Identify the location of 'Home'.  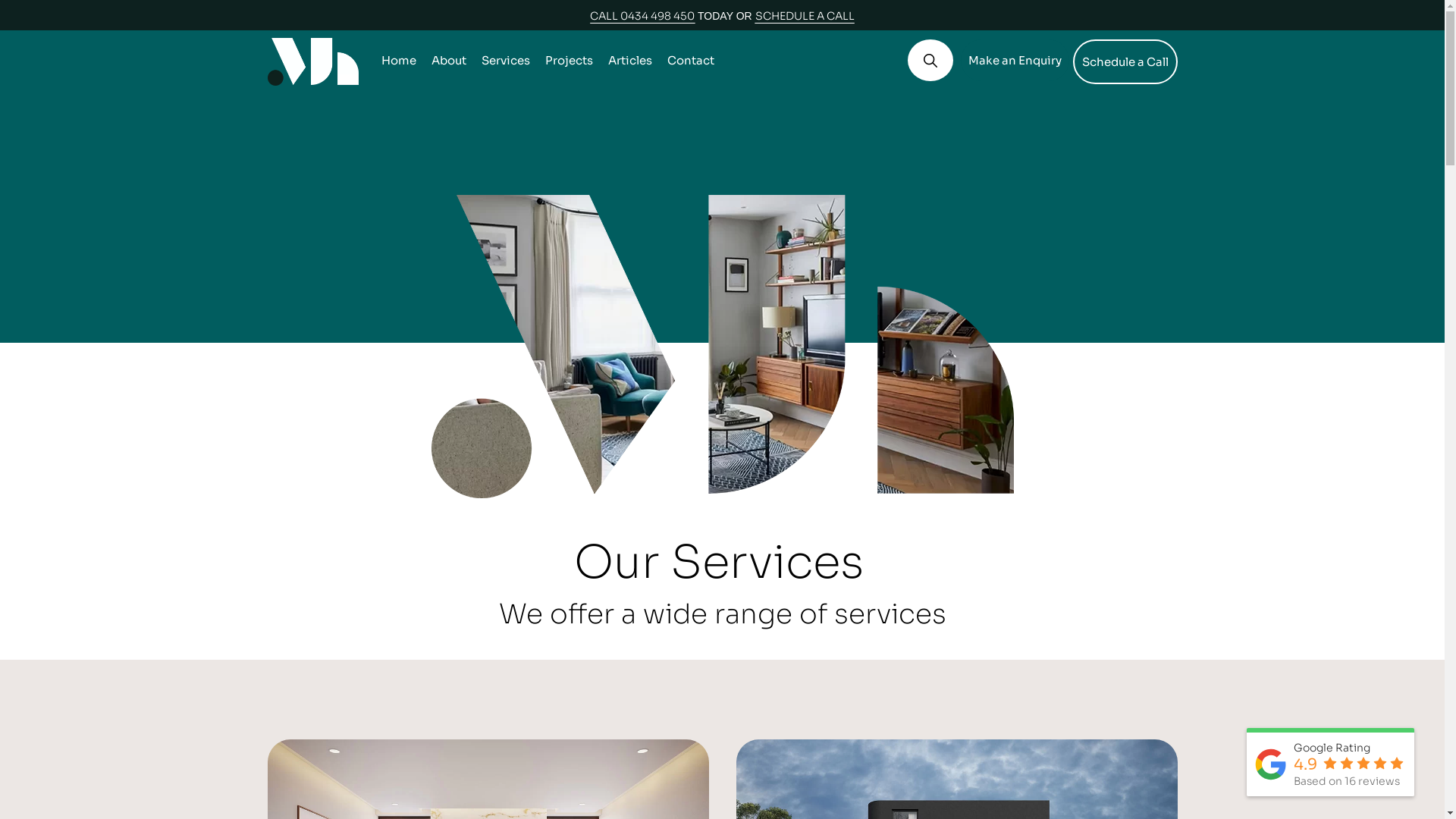
(397, 59).